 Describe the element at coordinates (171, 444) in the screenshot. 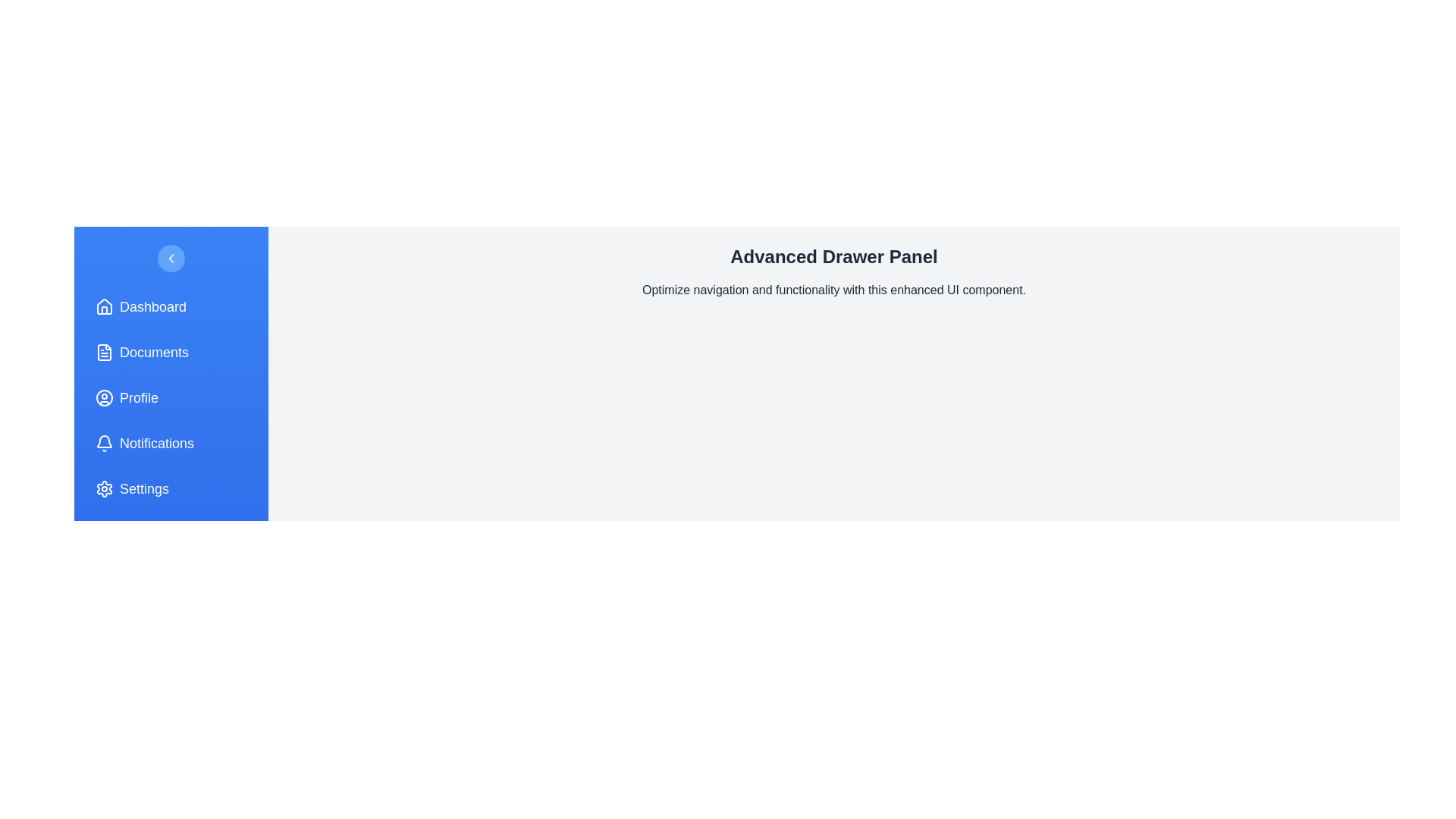

I see `the menu item labeled Notifications` at that location.